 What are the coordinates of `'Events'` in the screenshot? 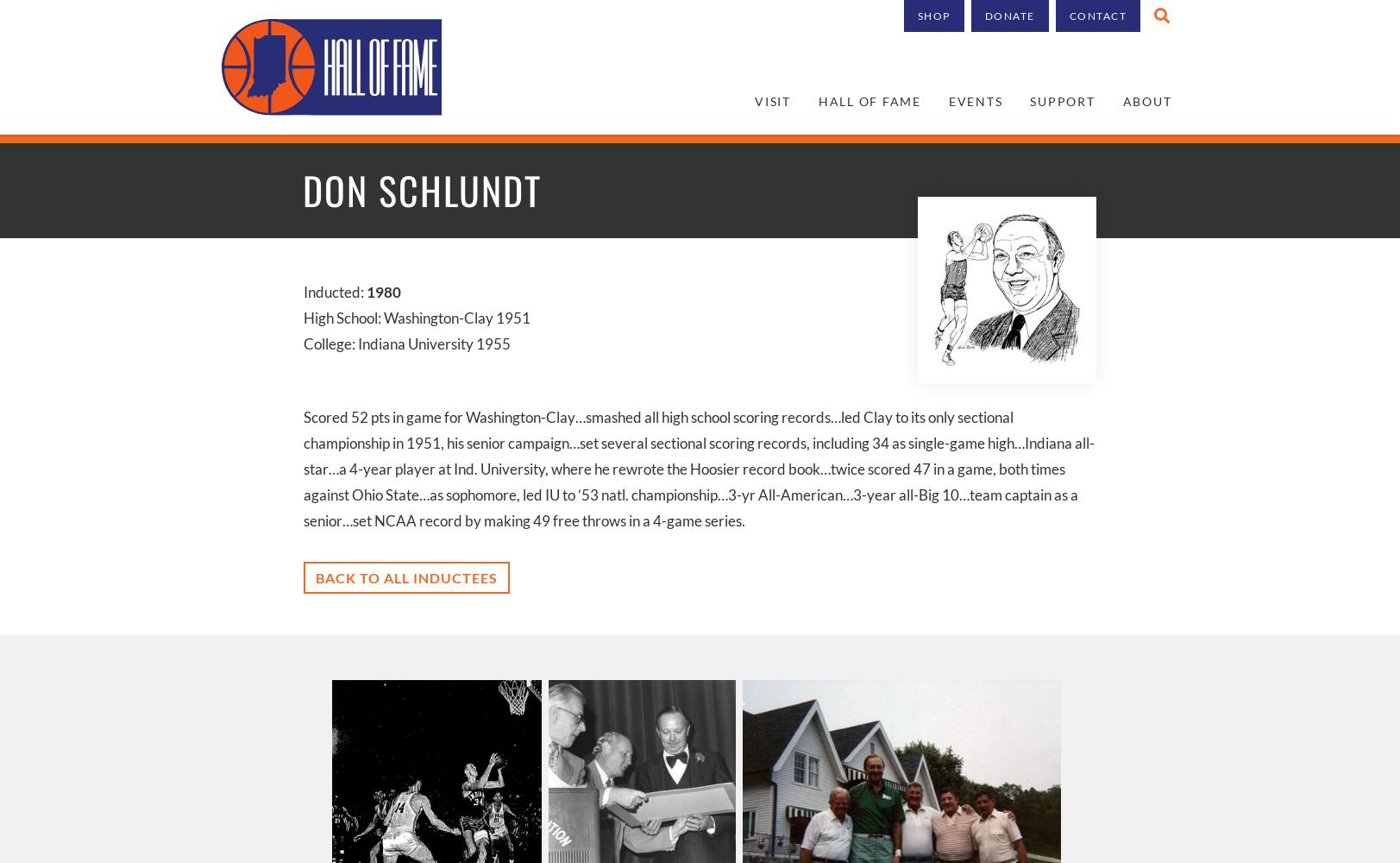 It's located at (974, 100).